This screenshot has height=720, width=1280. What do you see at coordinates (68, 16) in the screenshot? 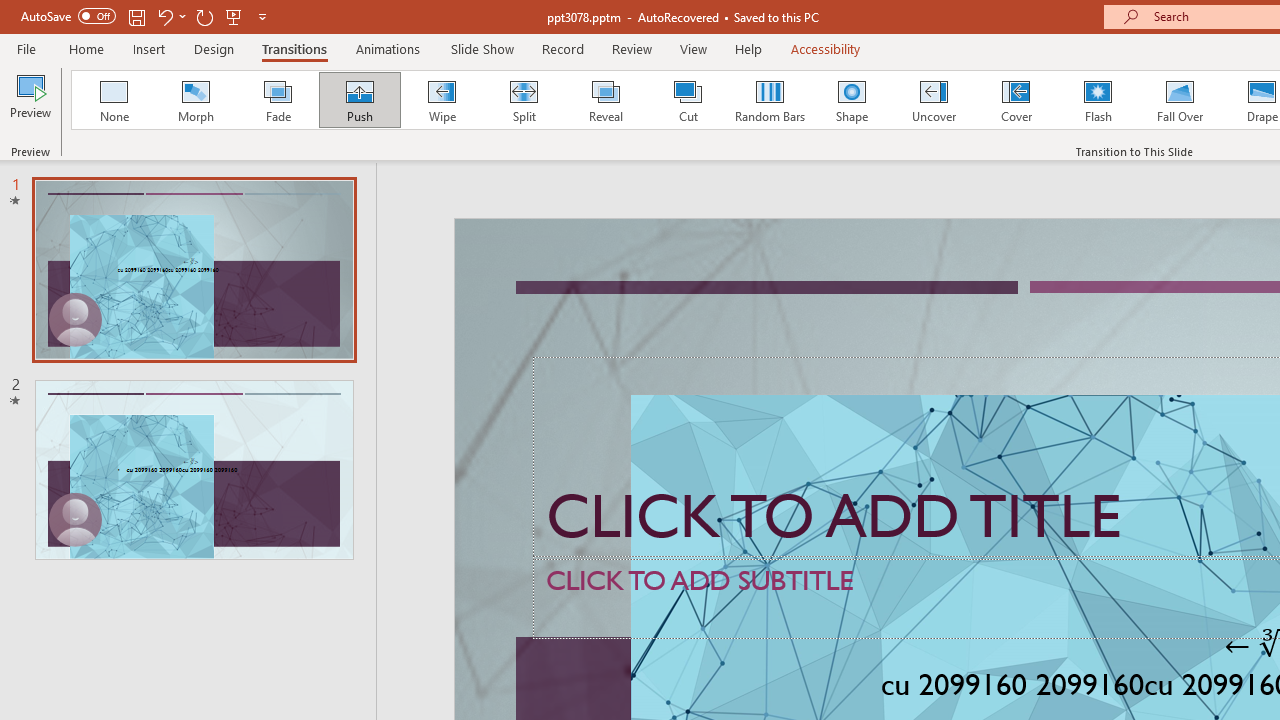
I see `'AutoSave'` at bounding box center [68, 16].